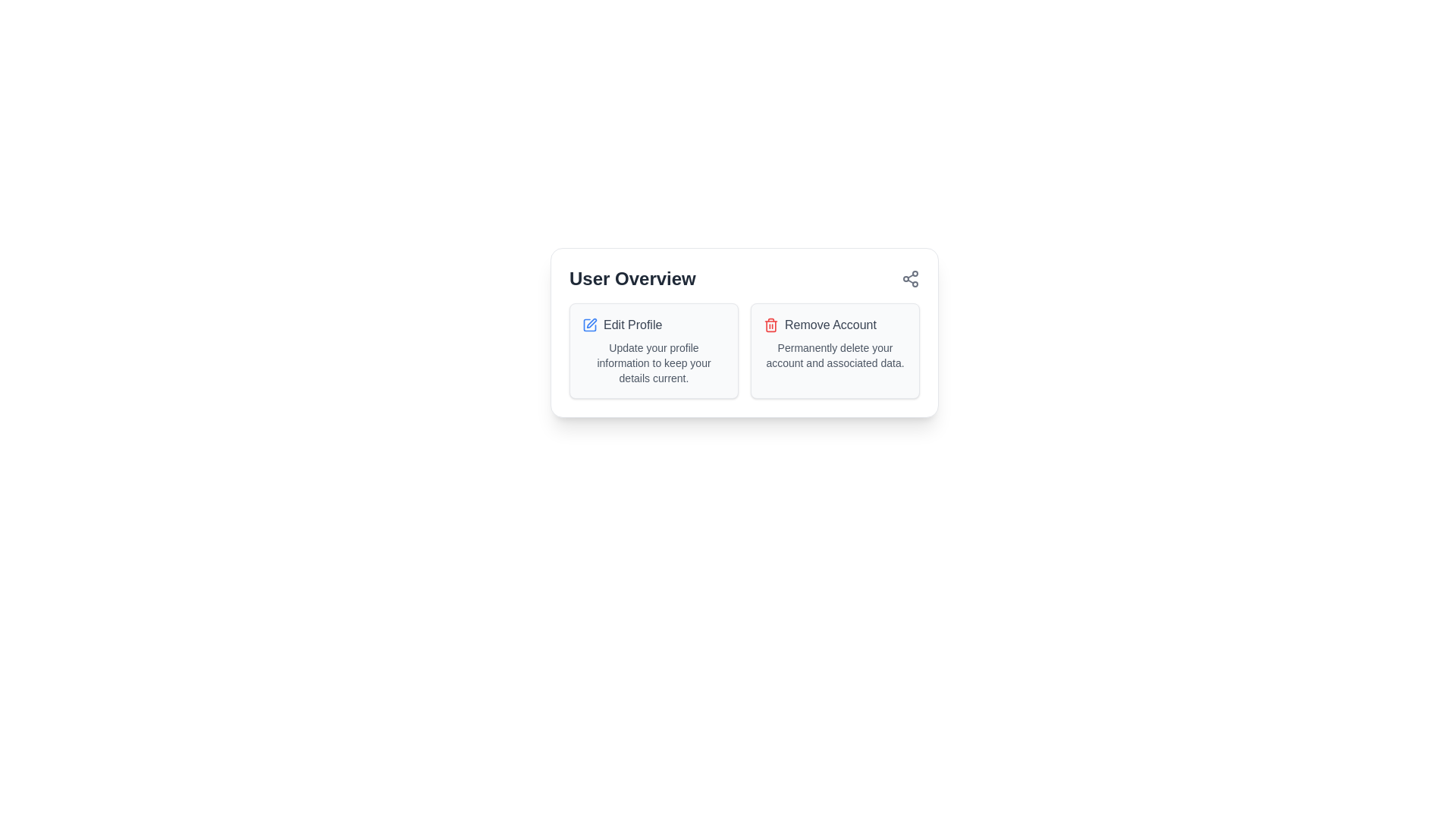 This screenshot has width=1456, height=819. Describe the element at coordinates (771, 324) in the screenshot. I see `the red trash bin SVG icon located next to the text 'Remove Account' within its button` at that location.